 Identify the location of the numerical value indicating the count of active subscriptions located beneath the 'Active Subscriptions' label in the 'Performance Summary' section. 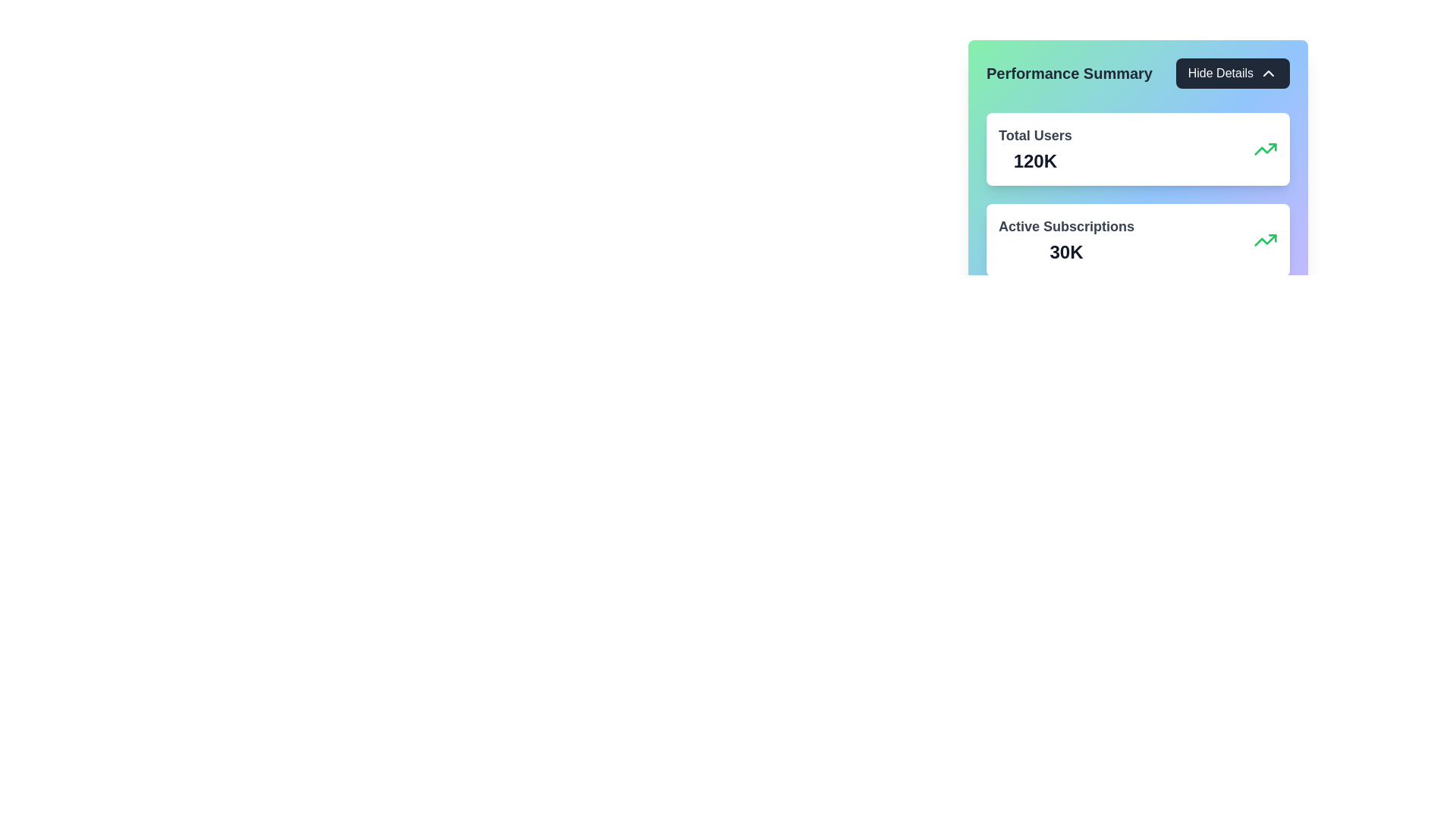
(1065, 251).